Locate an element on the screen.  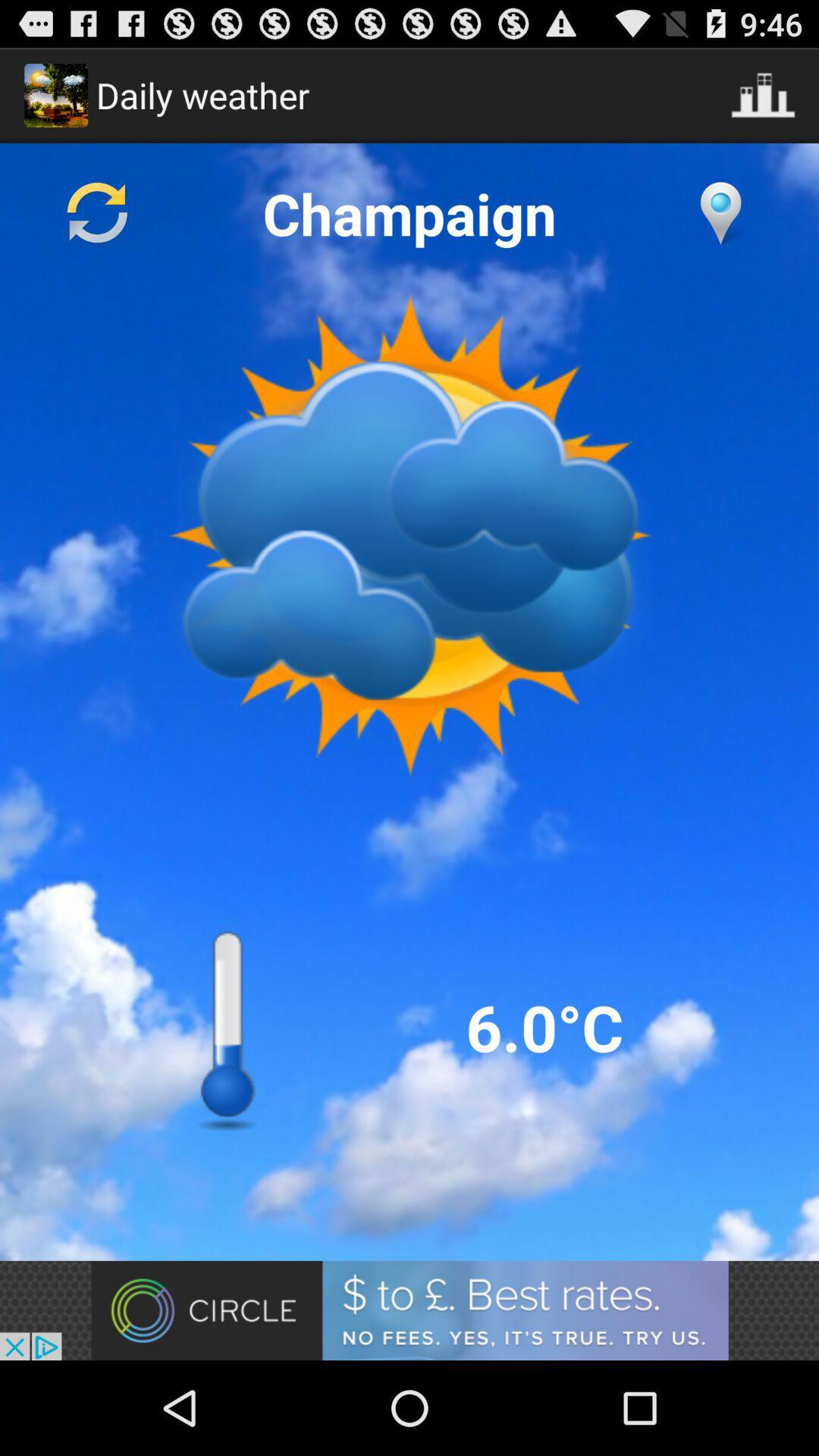
advertisement is located at coordinates (409, 1310).